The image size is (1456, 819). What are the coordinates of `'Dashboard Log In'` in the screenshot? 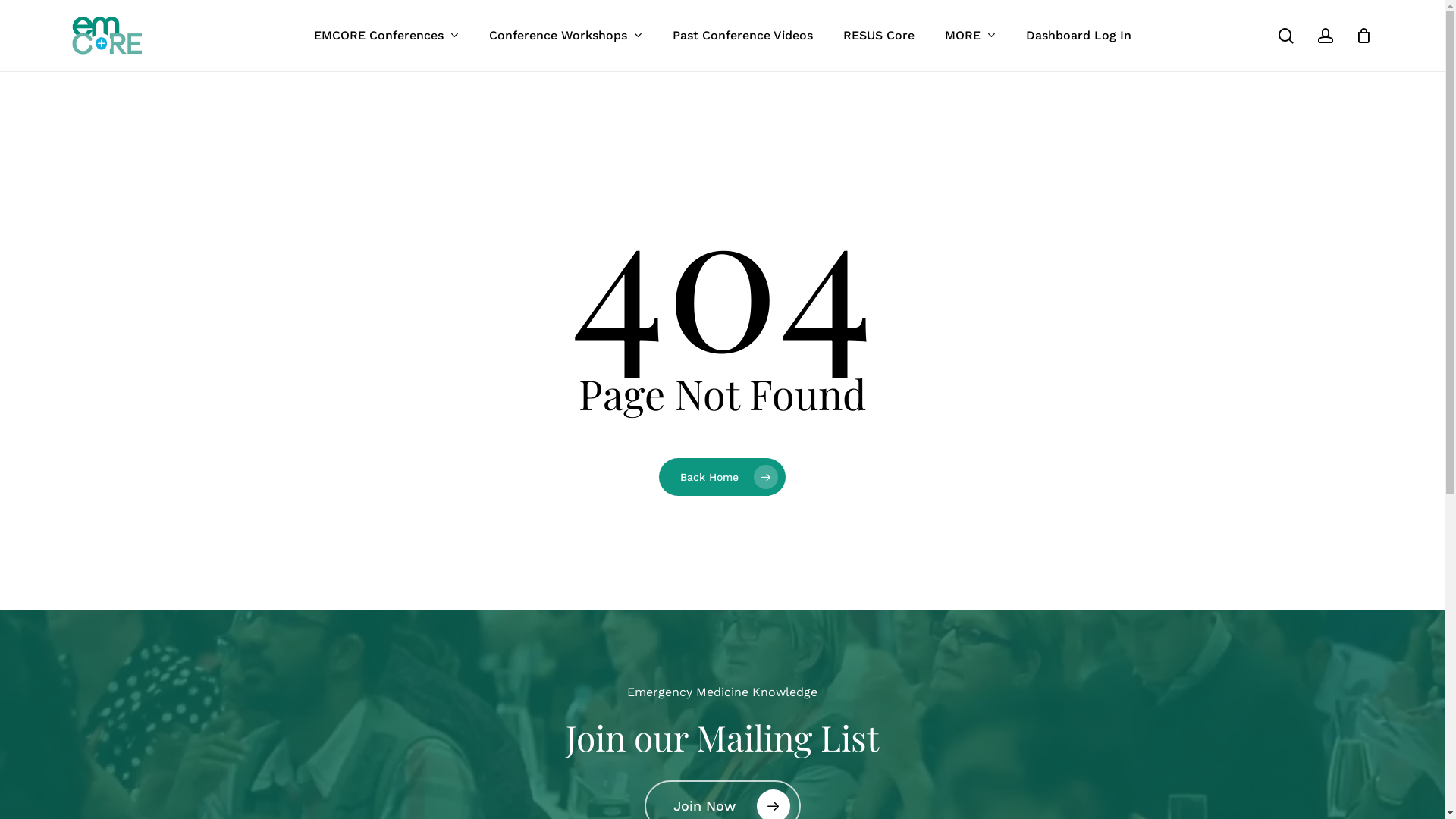 It's located at (1077, 34).